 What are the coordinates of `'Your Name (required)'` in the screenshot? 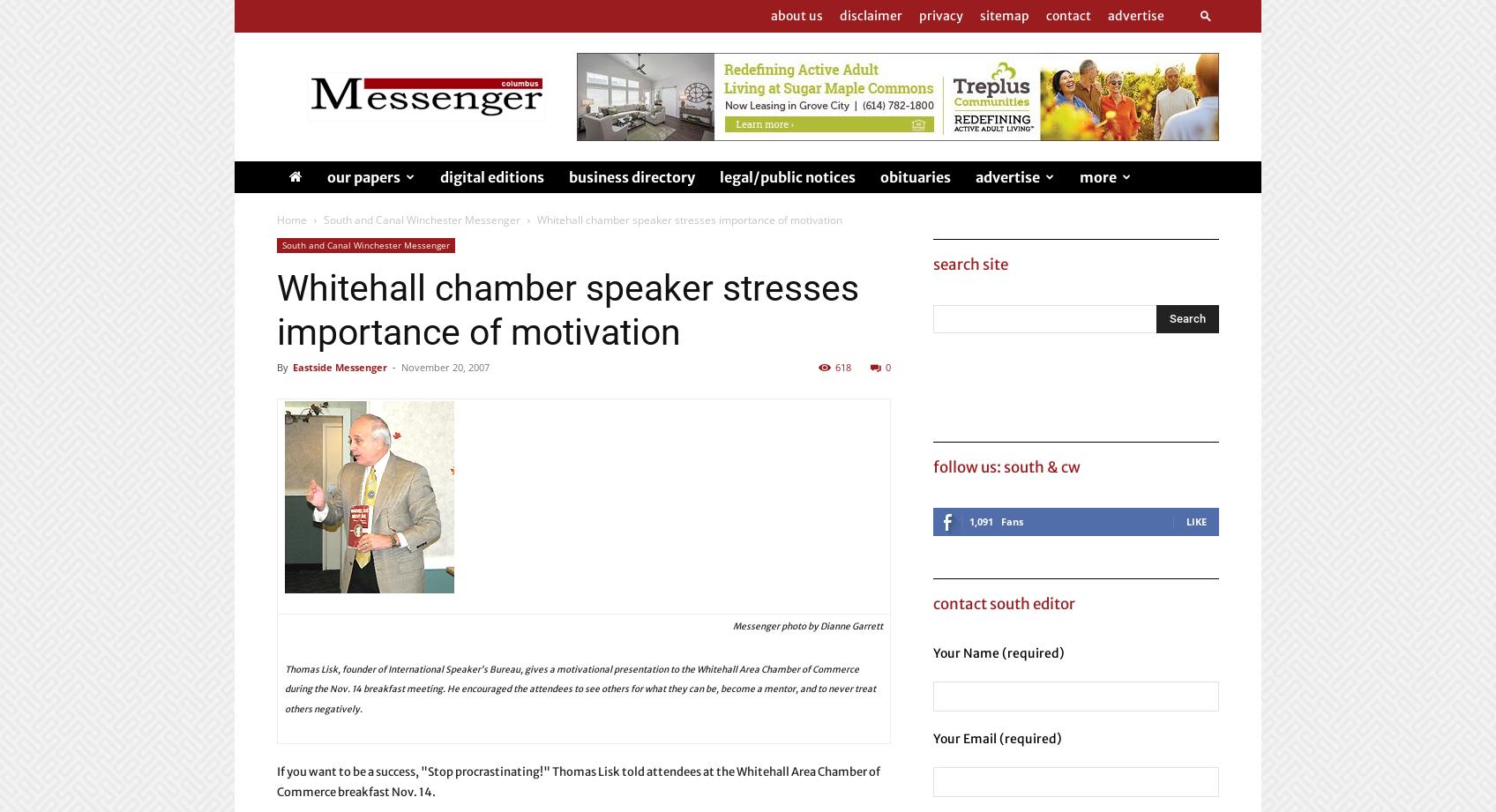 It's located at (999, 653).